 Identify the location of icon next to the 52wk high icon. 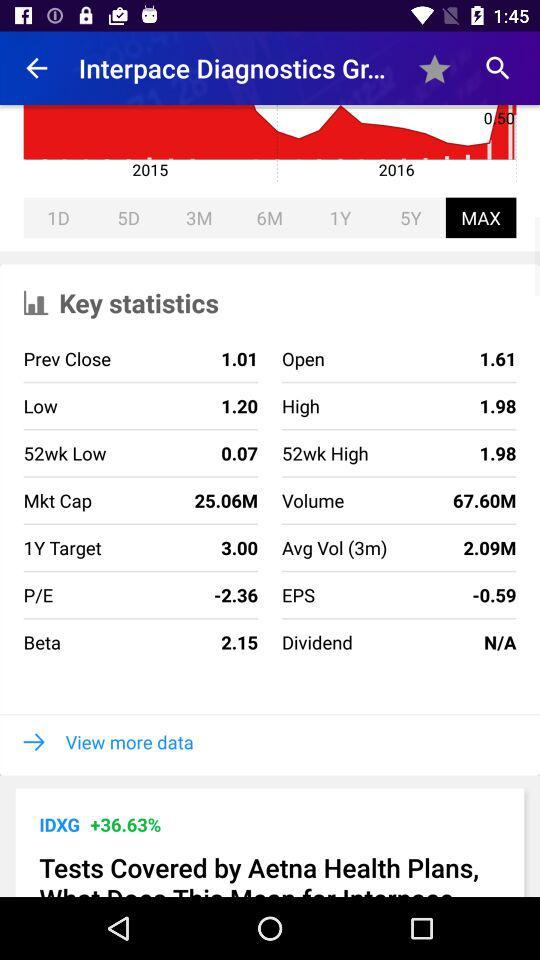
(174, 499).